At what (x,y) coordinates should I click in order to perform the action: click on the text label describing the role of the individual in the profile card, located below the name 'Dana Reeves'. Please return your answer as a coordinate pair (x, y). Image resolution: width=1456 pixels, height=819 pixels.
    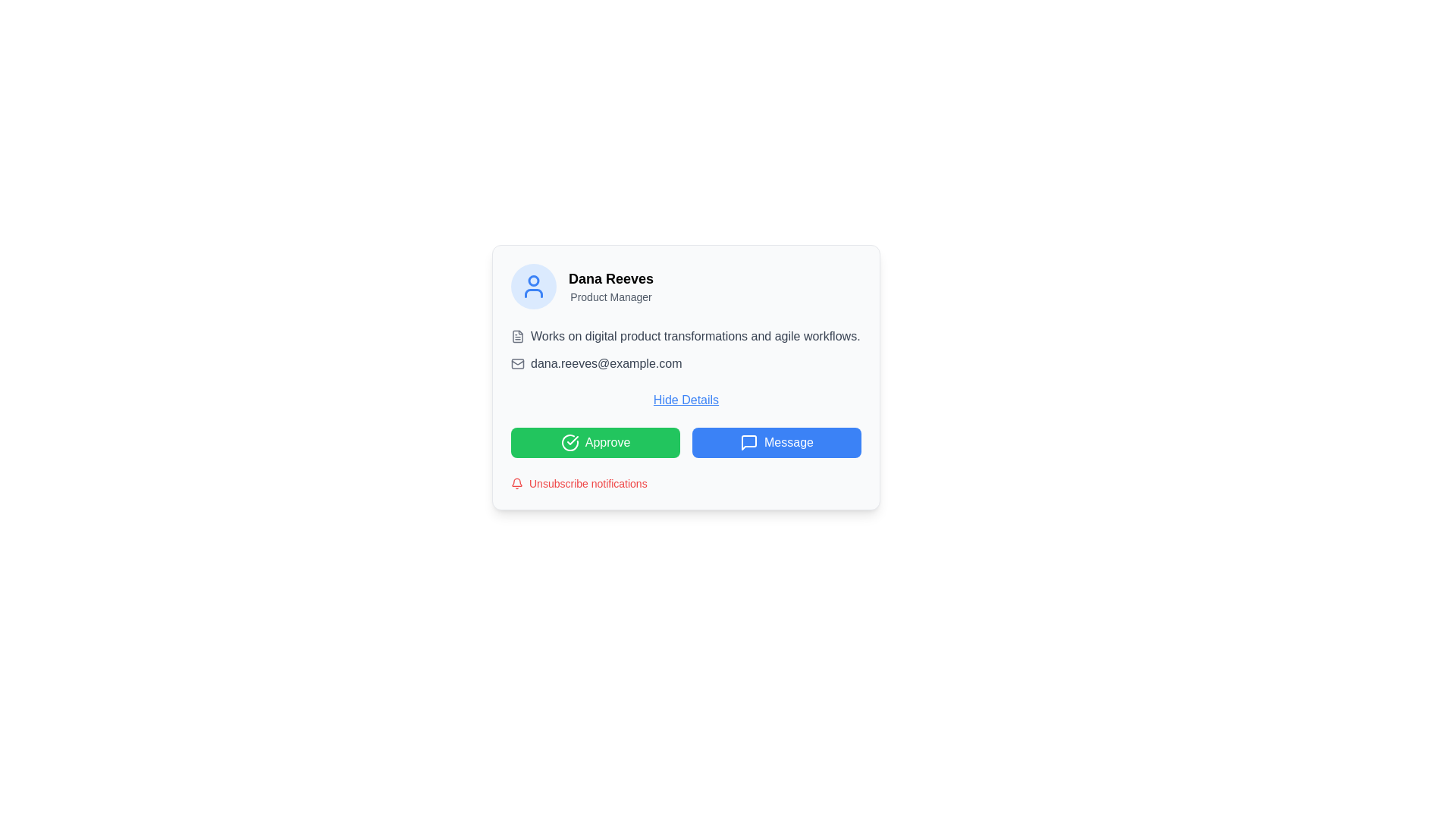
    Looking at the image, I should click on (611, 297).